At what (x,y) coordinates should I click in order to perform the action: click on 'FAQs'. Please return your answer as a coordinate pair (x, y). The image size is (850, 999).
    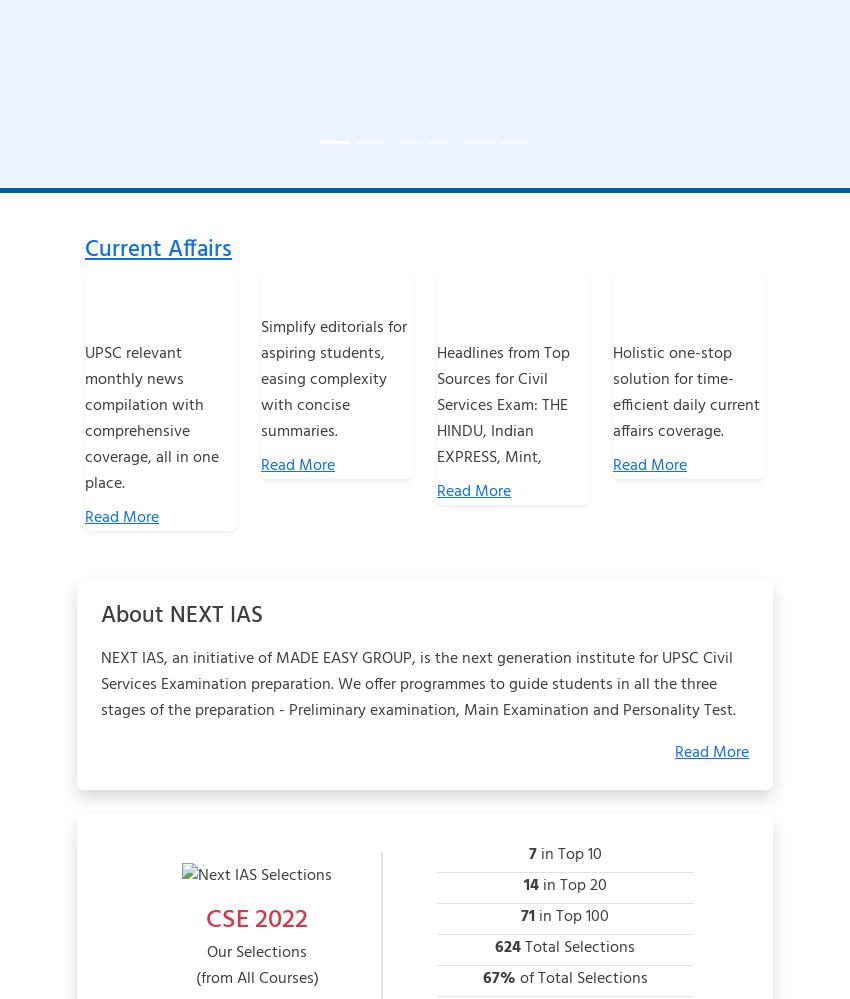
    Looking at the image, I should click on (333, 940).